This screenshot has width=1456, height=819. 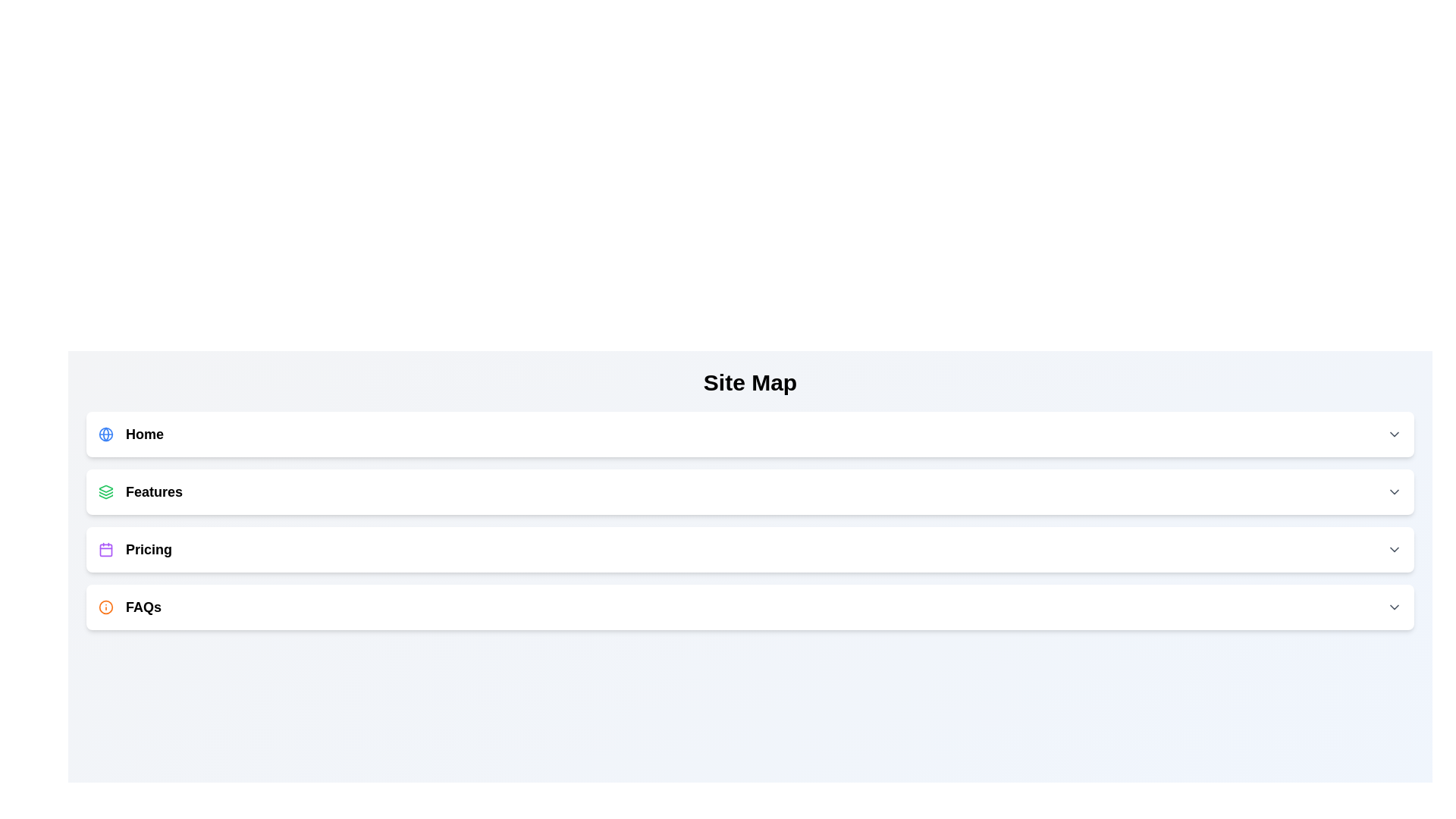 What do you see at coordinates (1394, 607) in the screenshot?
I see `the chevron icon on the right side of the 'FAQs' row` at bounding box center [1394, 607].